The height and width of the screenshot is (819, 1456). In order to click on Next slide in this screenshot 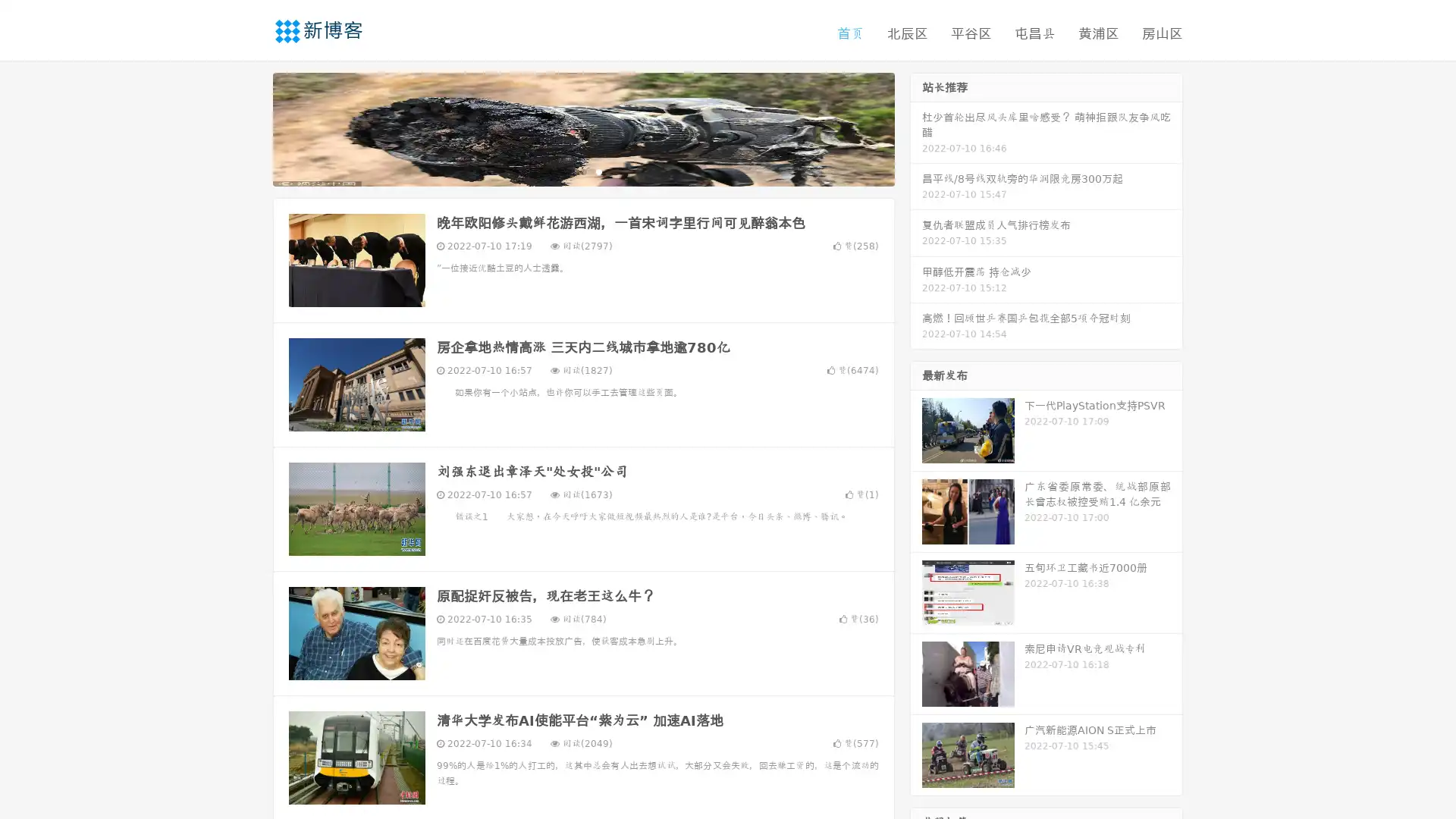, I will do `click(916, 127)`.